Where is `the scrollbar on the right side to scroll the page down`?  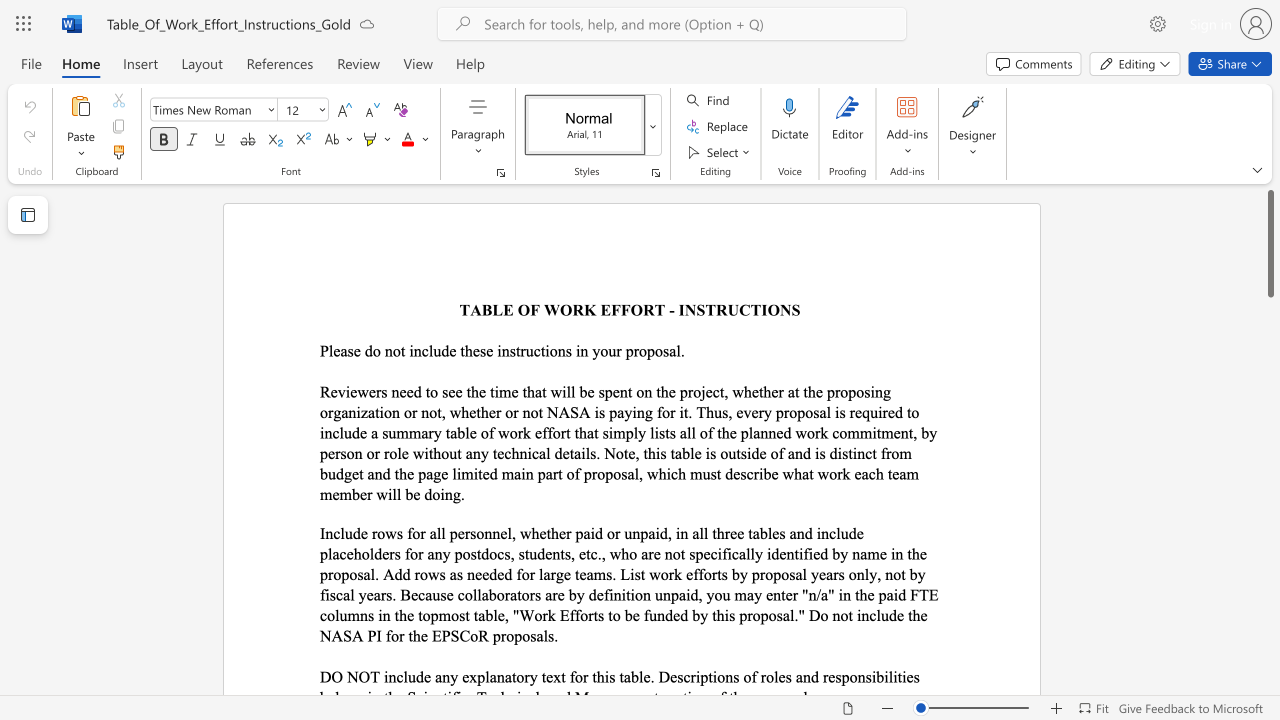 the scrollbar on the right side to scroll the page down is located at coordinates (1269, 678).